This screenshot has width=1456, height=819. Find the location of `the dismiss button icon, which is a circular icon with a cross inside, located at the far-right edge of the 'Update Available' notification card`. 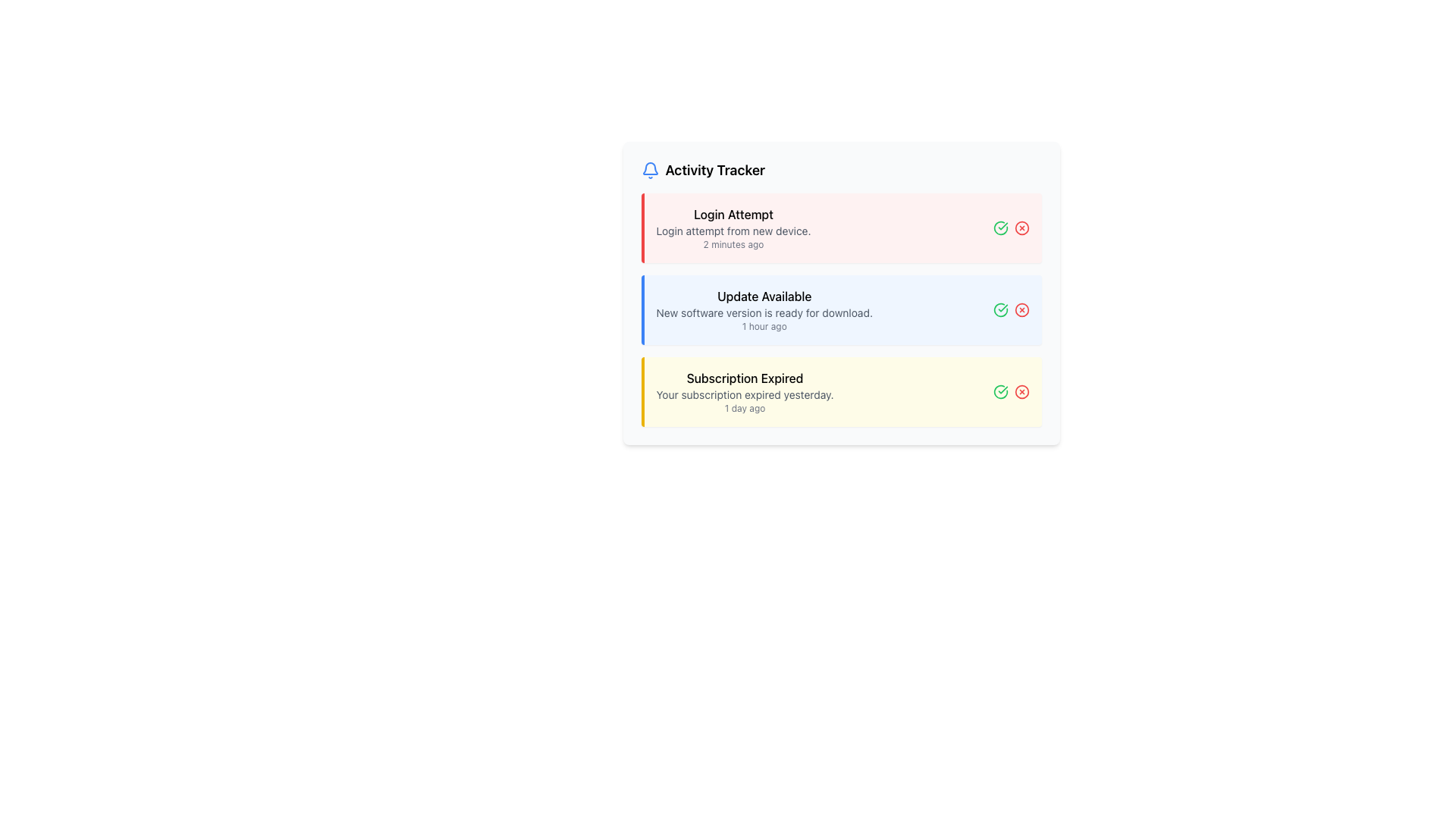

the dismiss button icon, which is a circular icon with a cross inside, located at the far-right edge of the 'Update Available' notification card is located at coordinates (1021, 309).